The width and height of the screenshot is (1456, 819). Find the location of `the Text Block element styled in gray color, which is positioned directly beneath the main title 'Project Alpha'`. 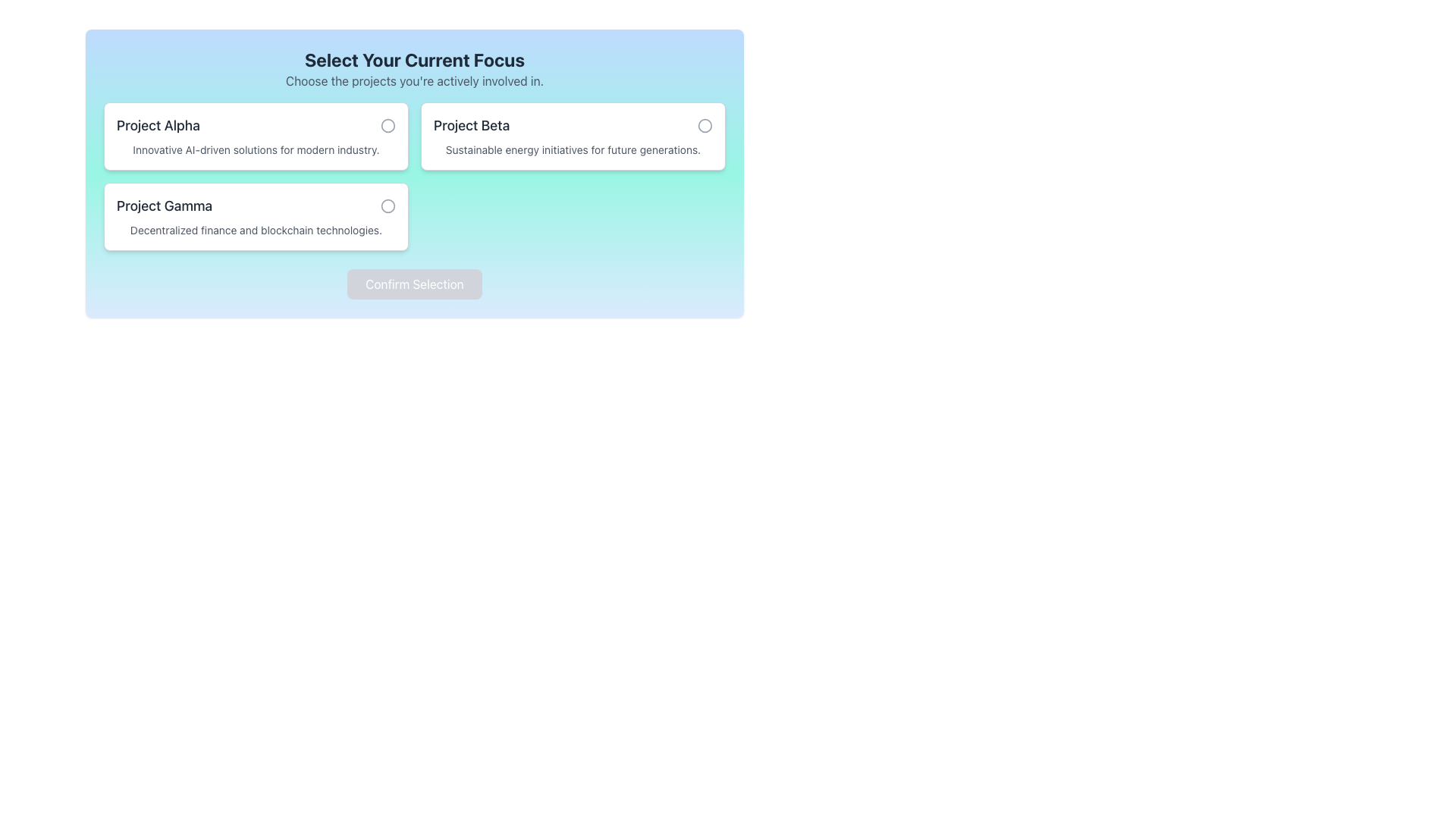

the Text Block element styled in gray color, which is positioned directly beneath the main title 'Project Alpha' is located at coordinates (256, 149).